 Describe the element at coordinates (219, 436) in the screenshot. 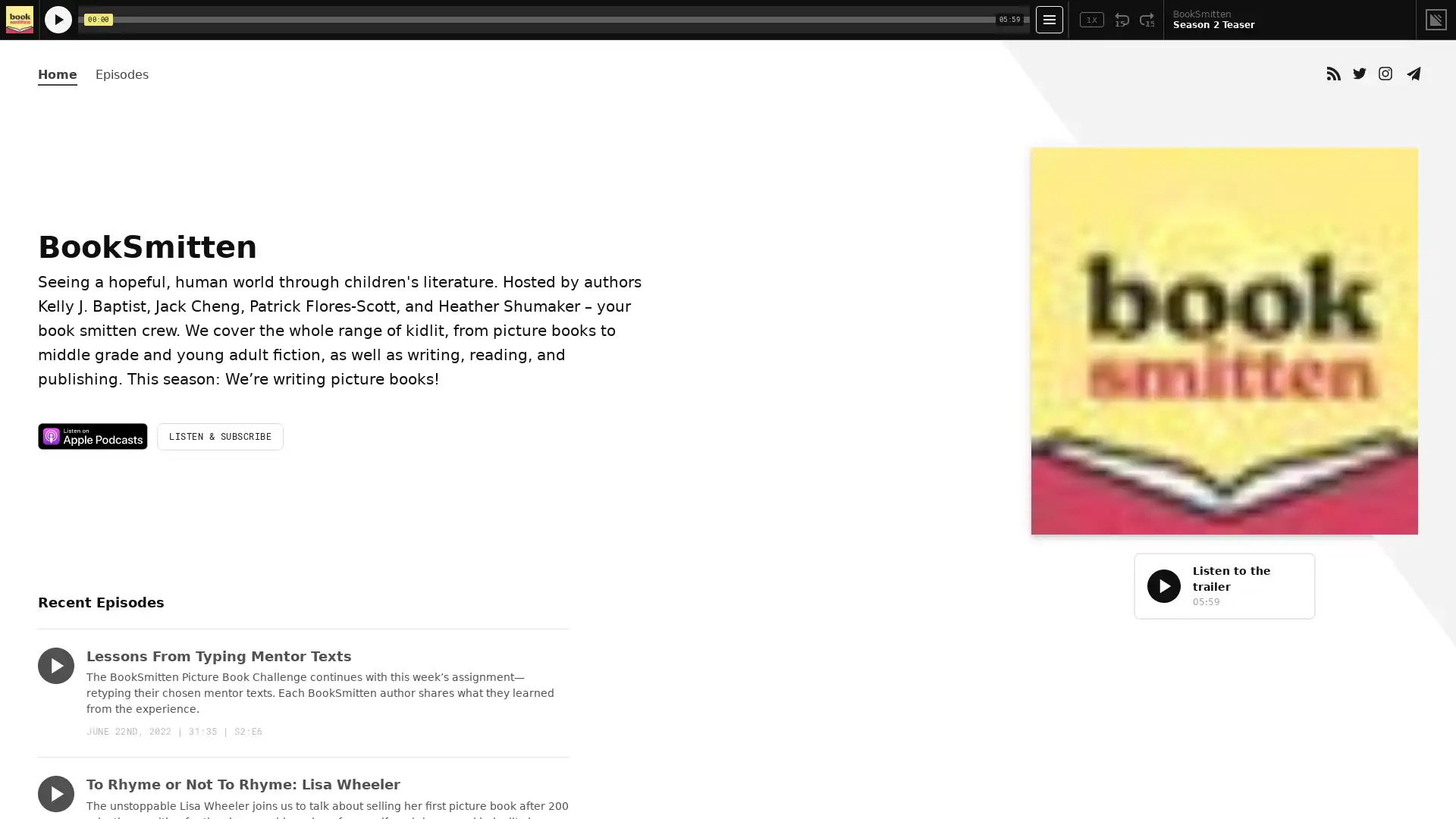

I see `LISTEN & SUBSCRIBE` at that location.